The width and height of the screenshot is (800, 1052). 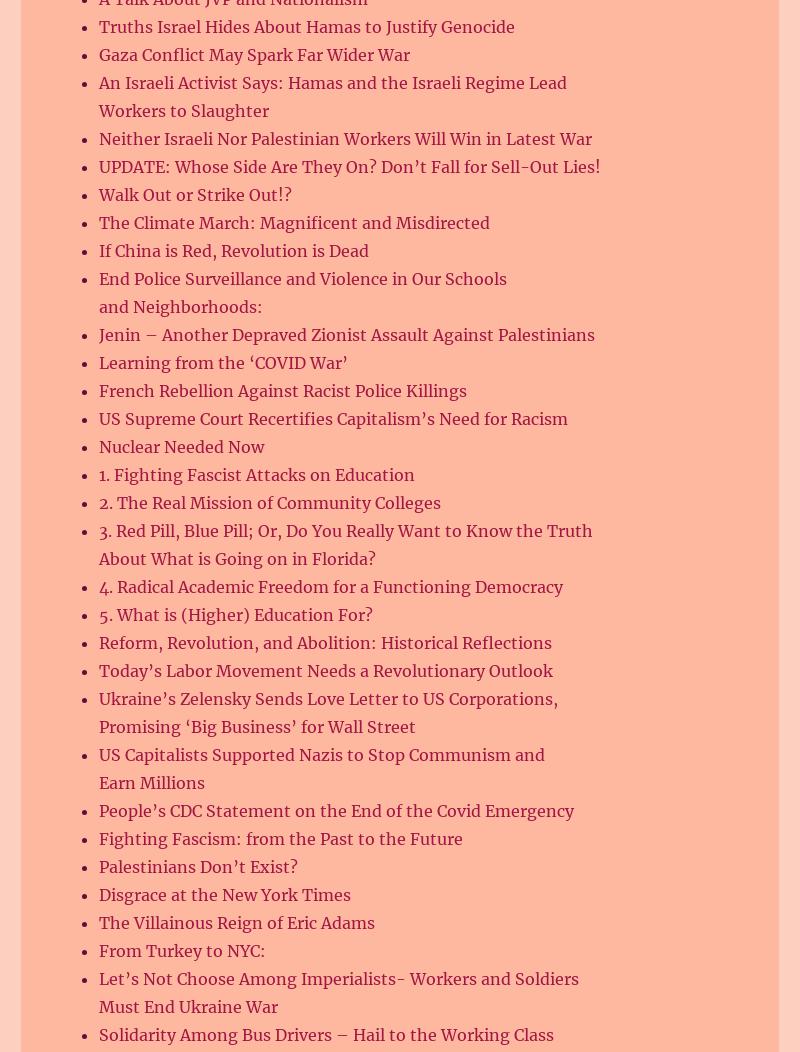 I want to click on 'Reform, Revolution, and Abolition: Historical Reflections', so click(x=98, y=642).